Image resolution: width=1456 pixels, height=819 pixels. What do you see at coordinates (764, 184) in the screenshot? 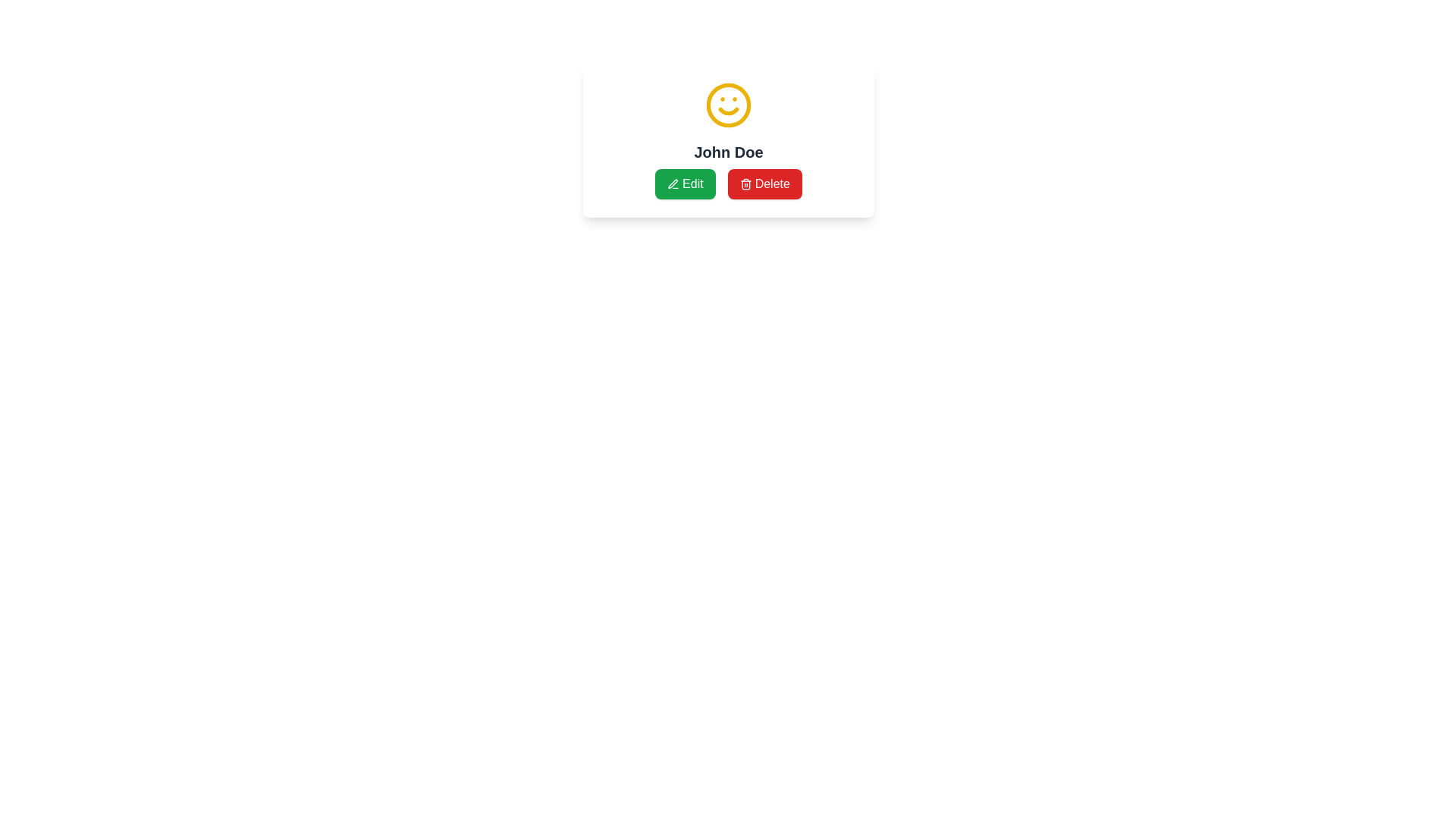
I see `the red 'Delete' button with white text and a trashcan icon` at bounding box center [764, 184].